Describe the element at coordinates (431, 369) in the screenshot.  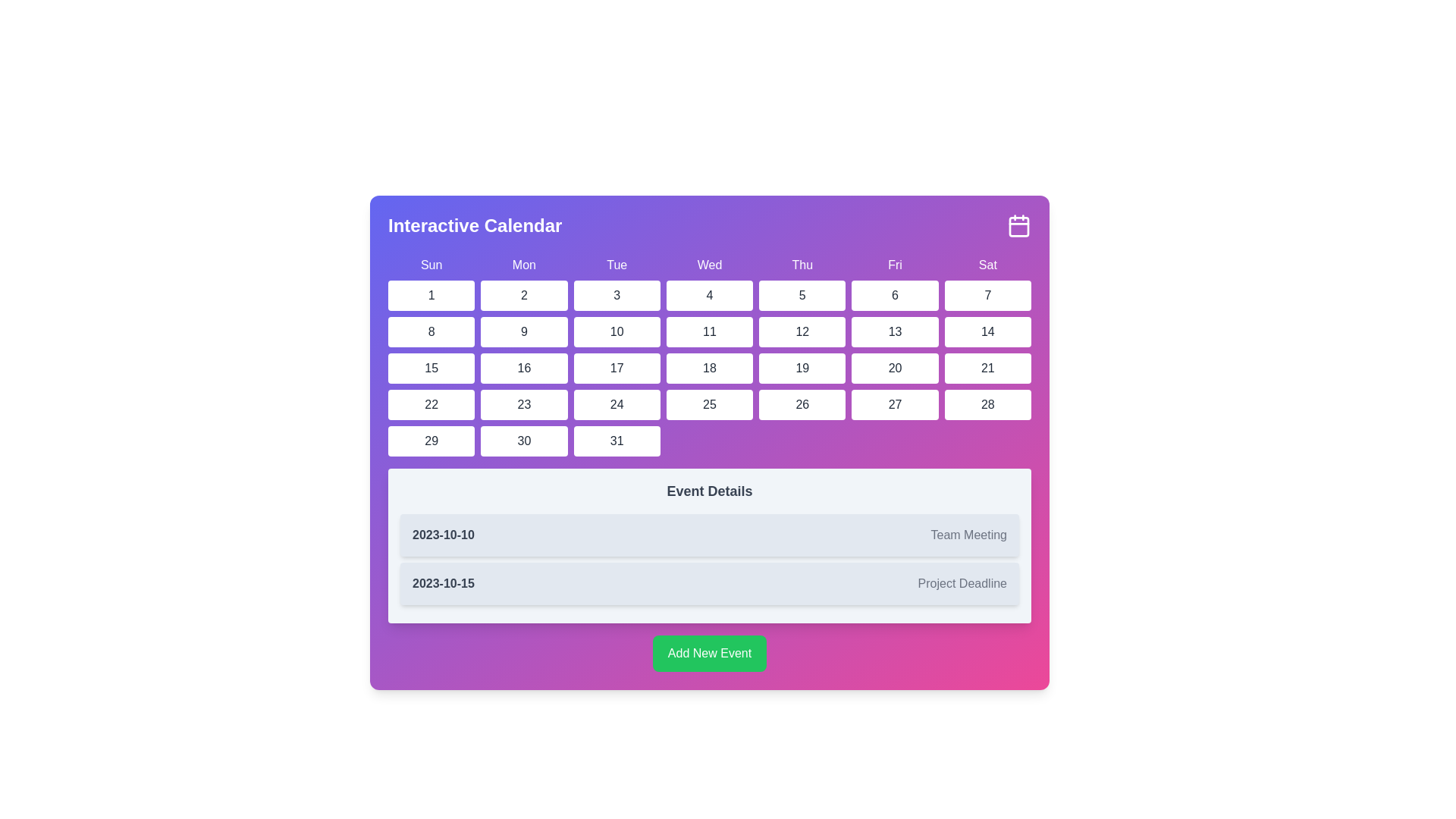
I see `the white rectangular button labeled '15' located beneath the day 'Sun' in the third row, fifth column of the calendar grid` at that location.